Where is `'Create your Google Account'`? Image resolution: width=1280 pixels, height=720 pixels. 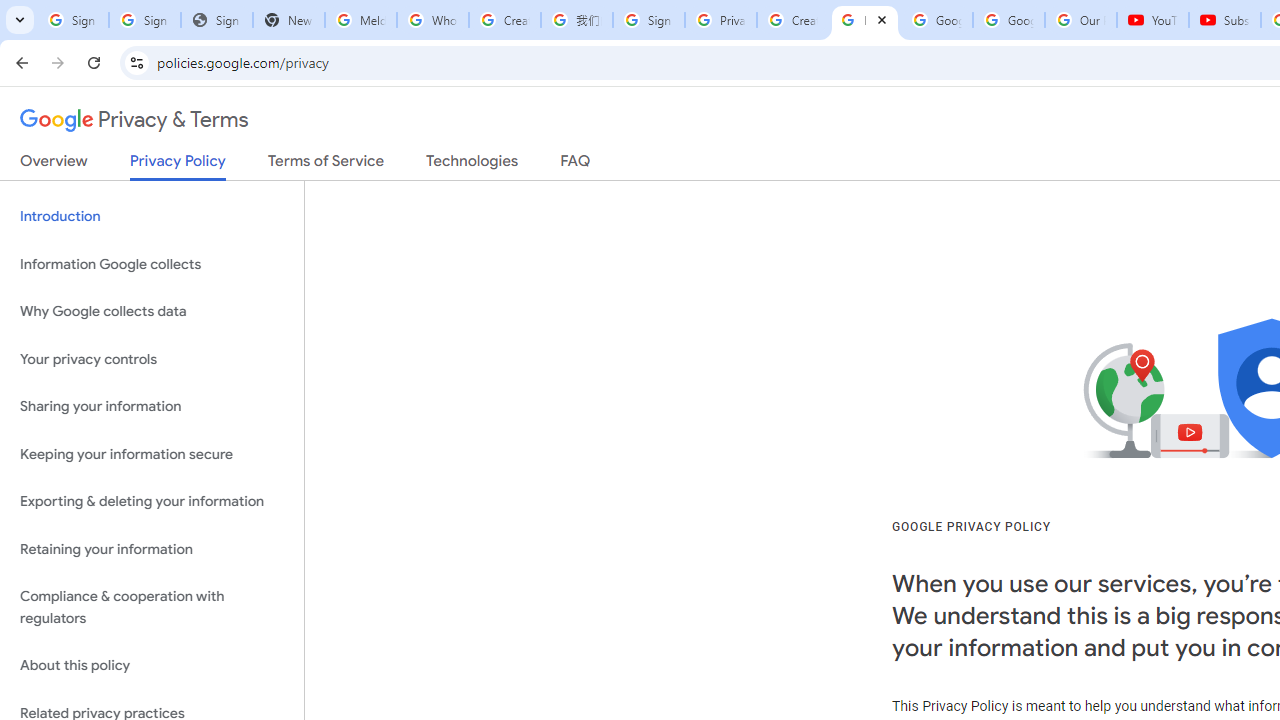 'Create your Google Account' is located at coordinates (791, 20).